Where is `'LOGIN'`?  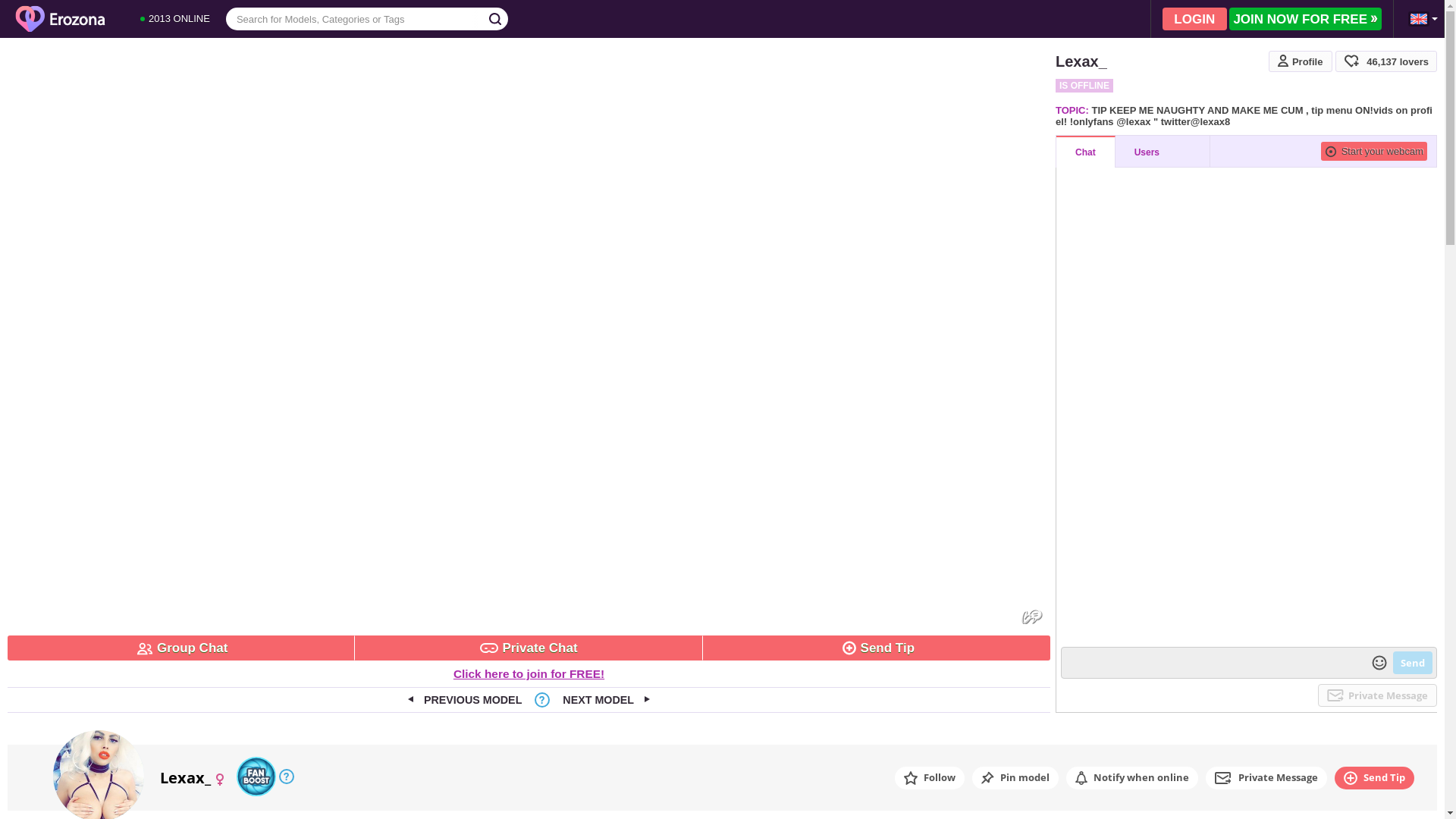
'LOGIN' is located at coordinates (1194, 18).